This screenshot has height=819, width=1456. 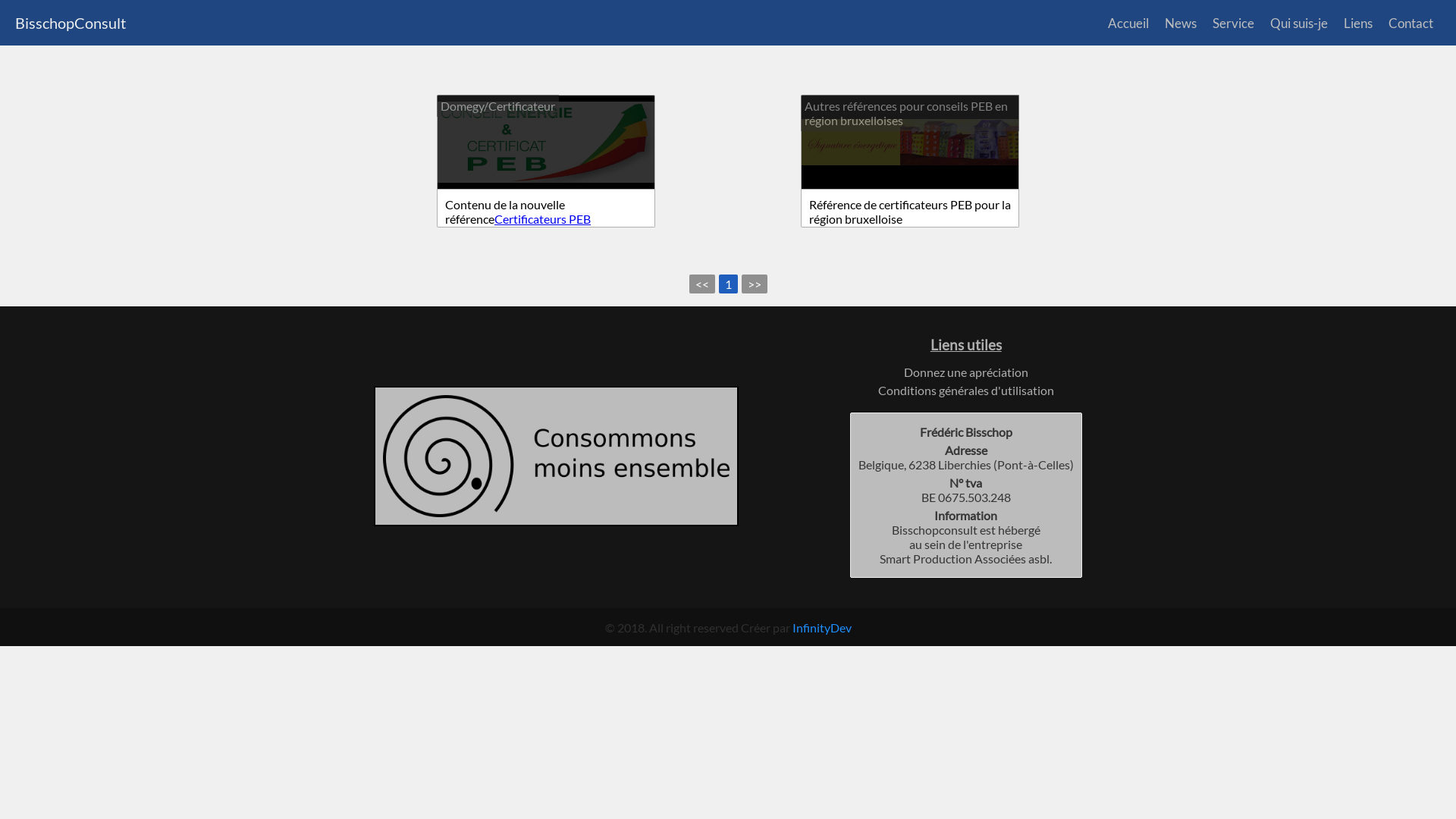 I want to click on '1', so click(x=728, y=284).